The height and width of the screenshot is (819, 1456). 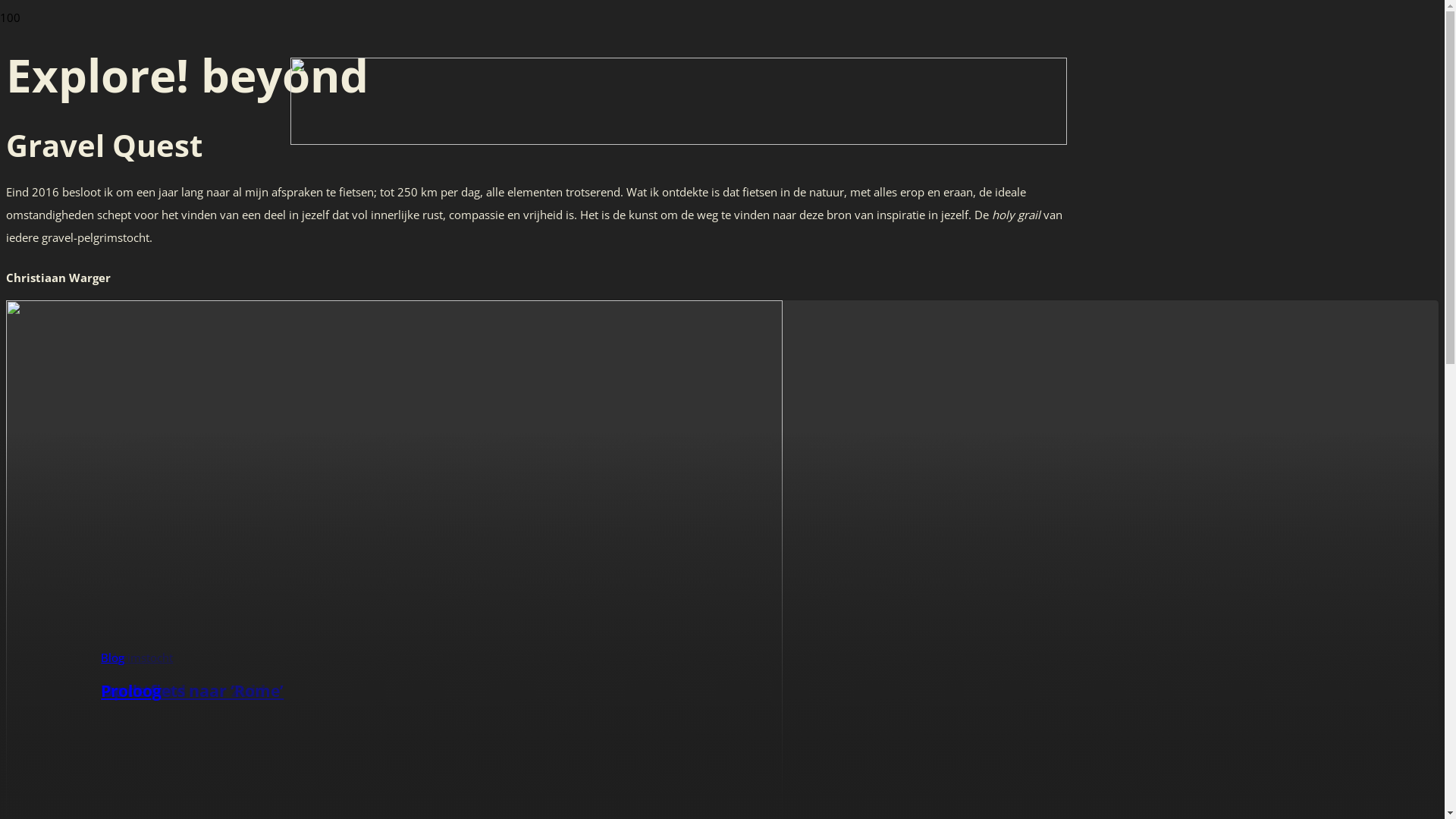 I want to click on 'Van Noord naar Zuid', so click(x=182, y=690).